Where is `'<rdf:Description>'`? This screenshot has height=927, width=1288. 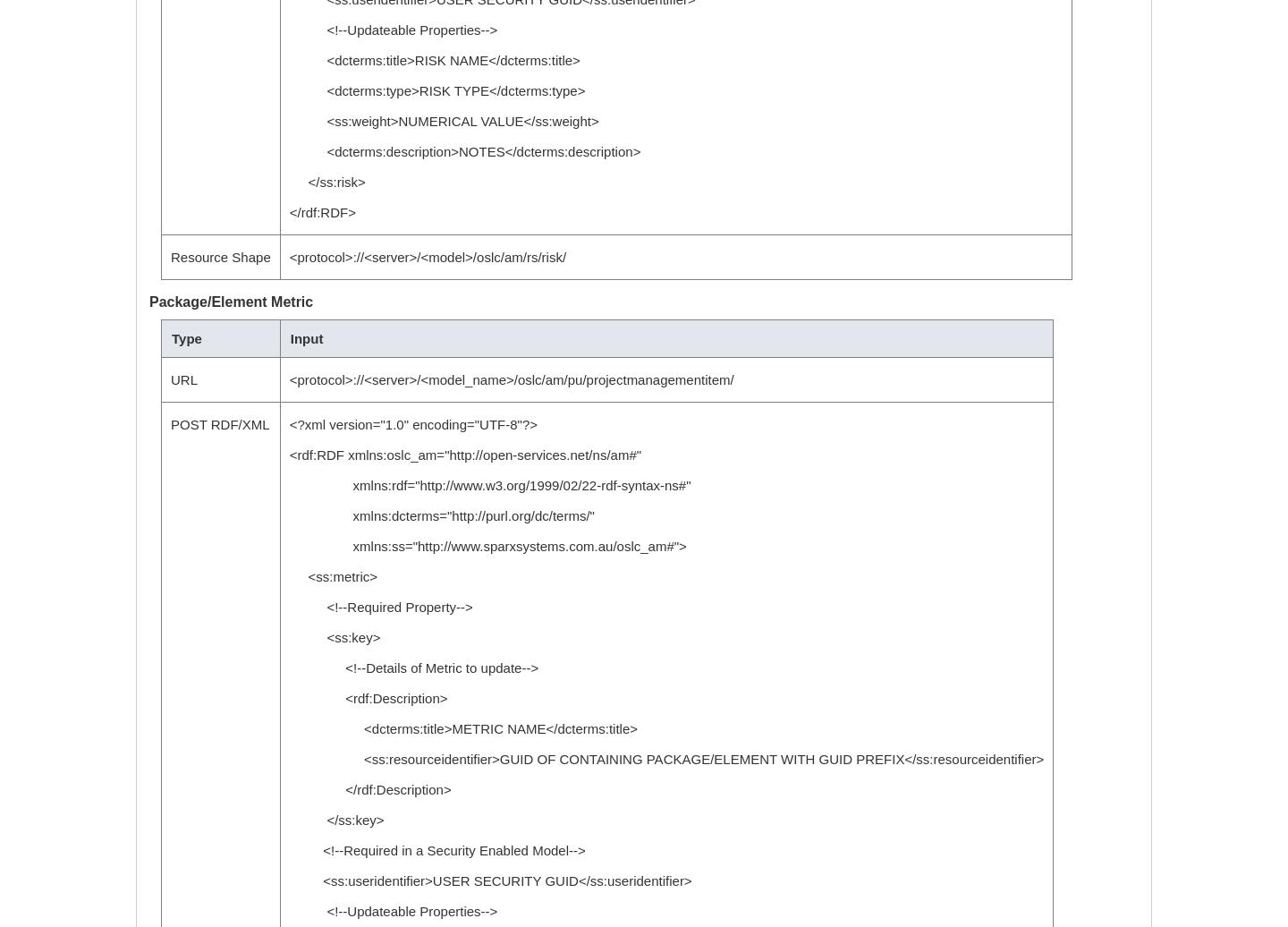
'<rdf:Description>' is located at coordinates (288, 698).